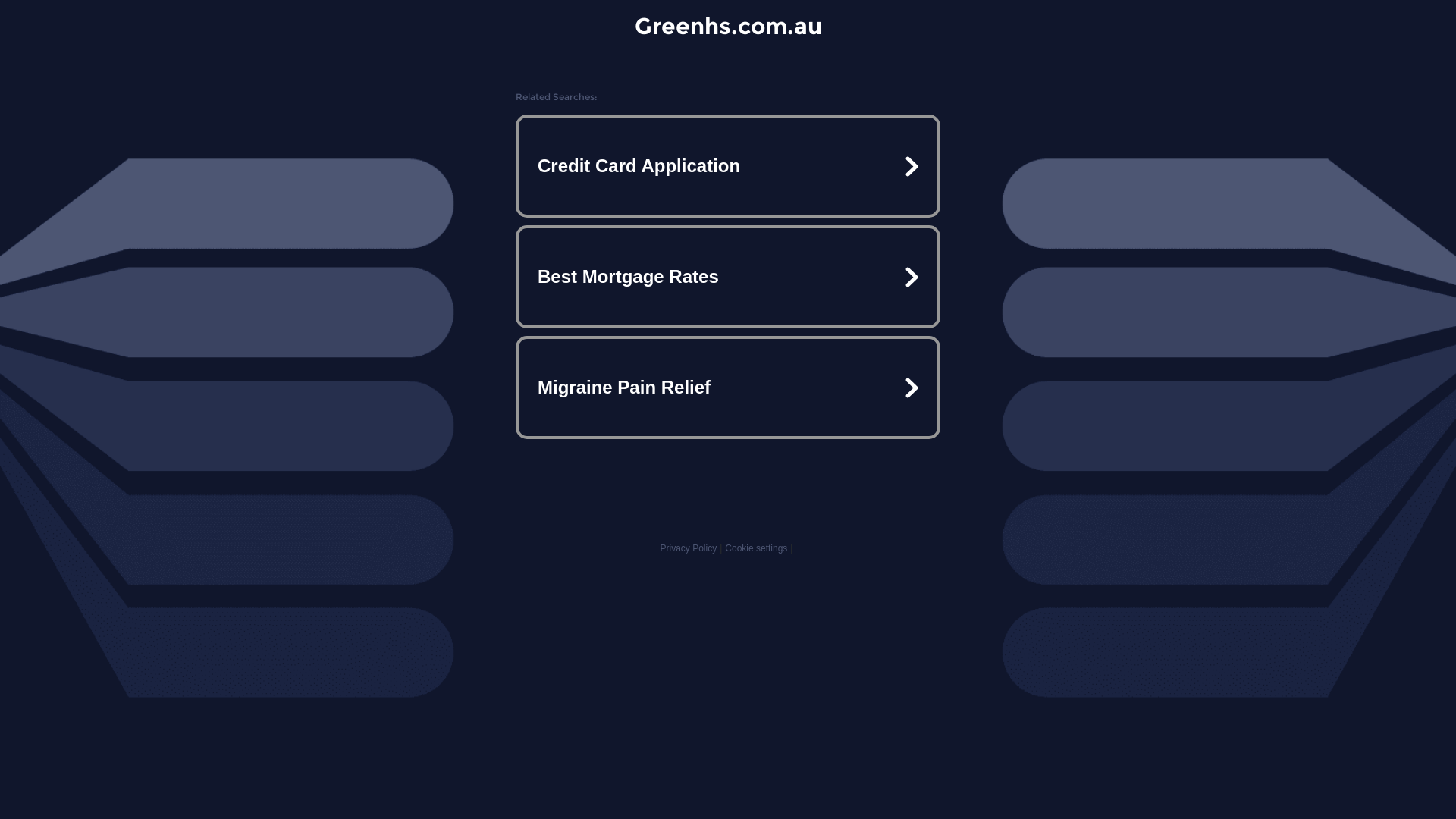 The image size is (1456, 819). Describe the element at coordinates (659, 548) in the screenshot. I see `'Privacy Policy'` at that location.